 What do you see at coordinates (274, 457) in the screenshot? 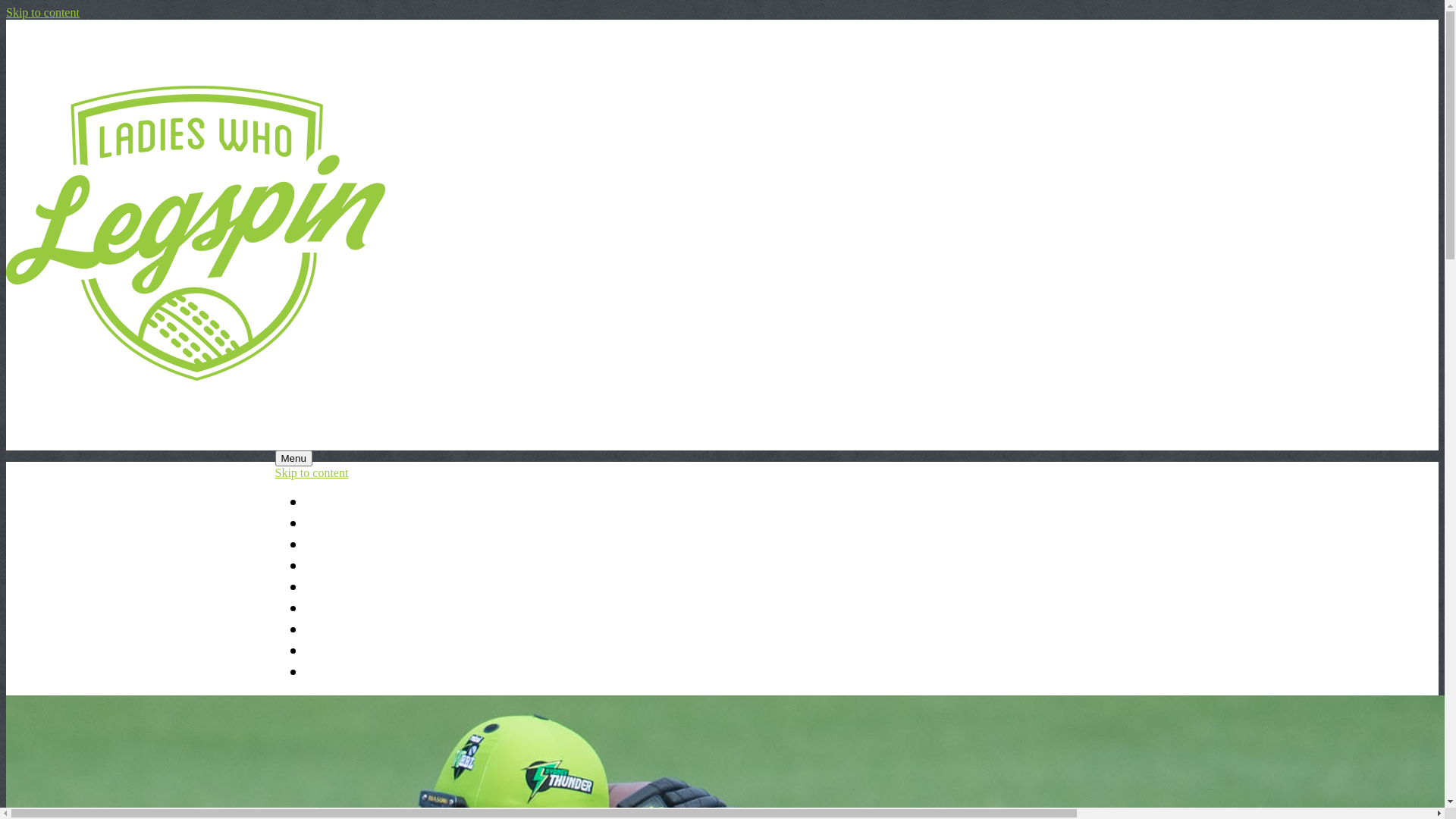
I see `'Menu'` at bounding box center [274, 457].